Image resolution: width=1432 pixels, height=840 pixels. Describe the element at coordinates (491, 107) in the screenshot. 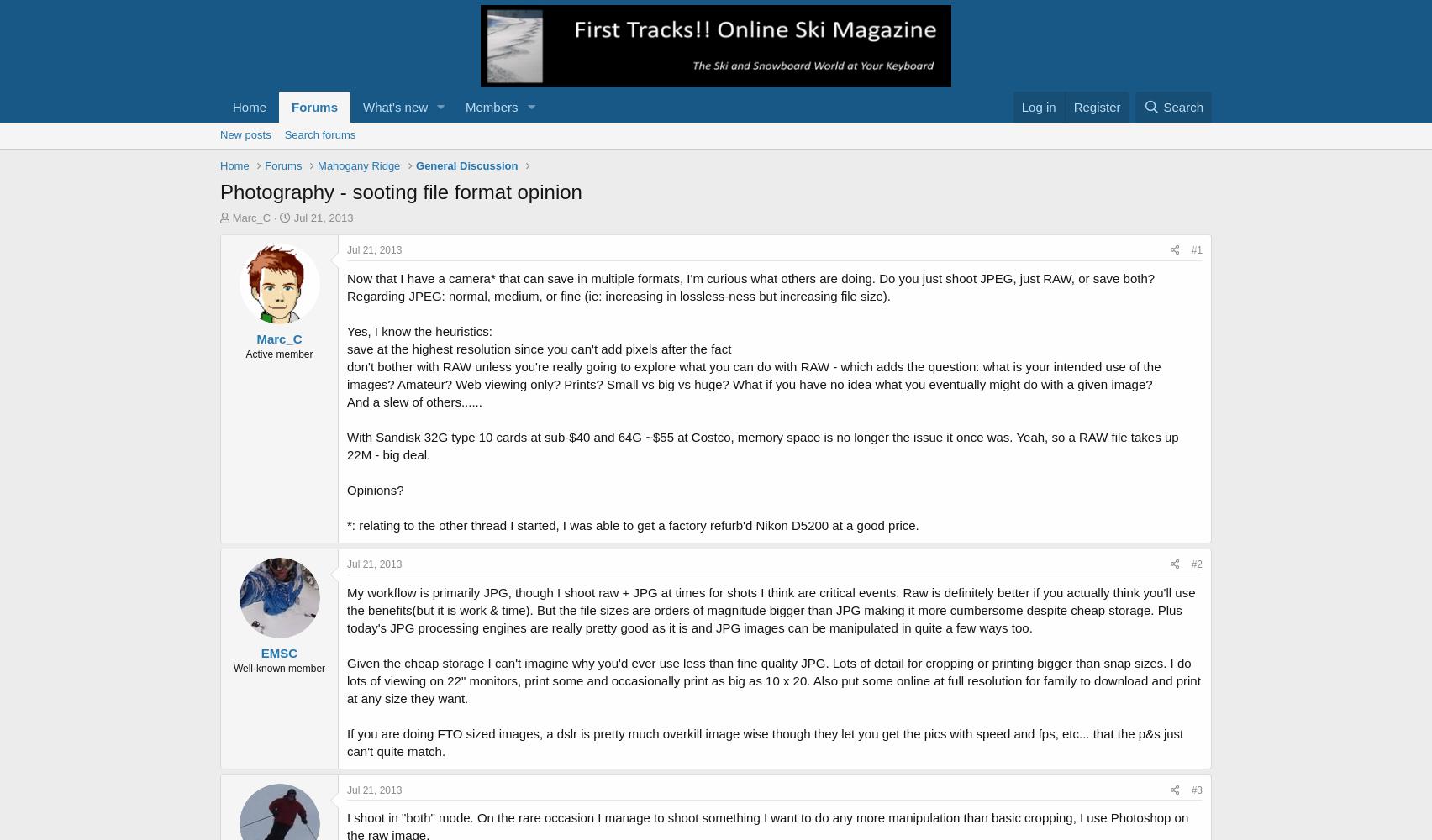

I see `'Members'` at that location.